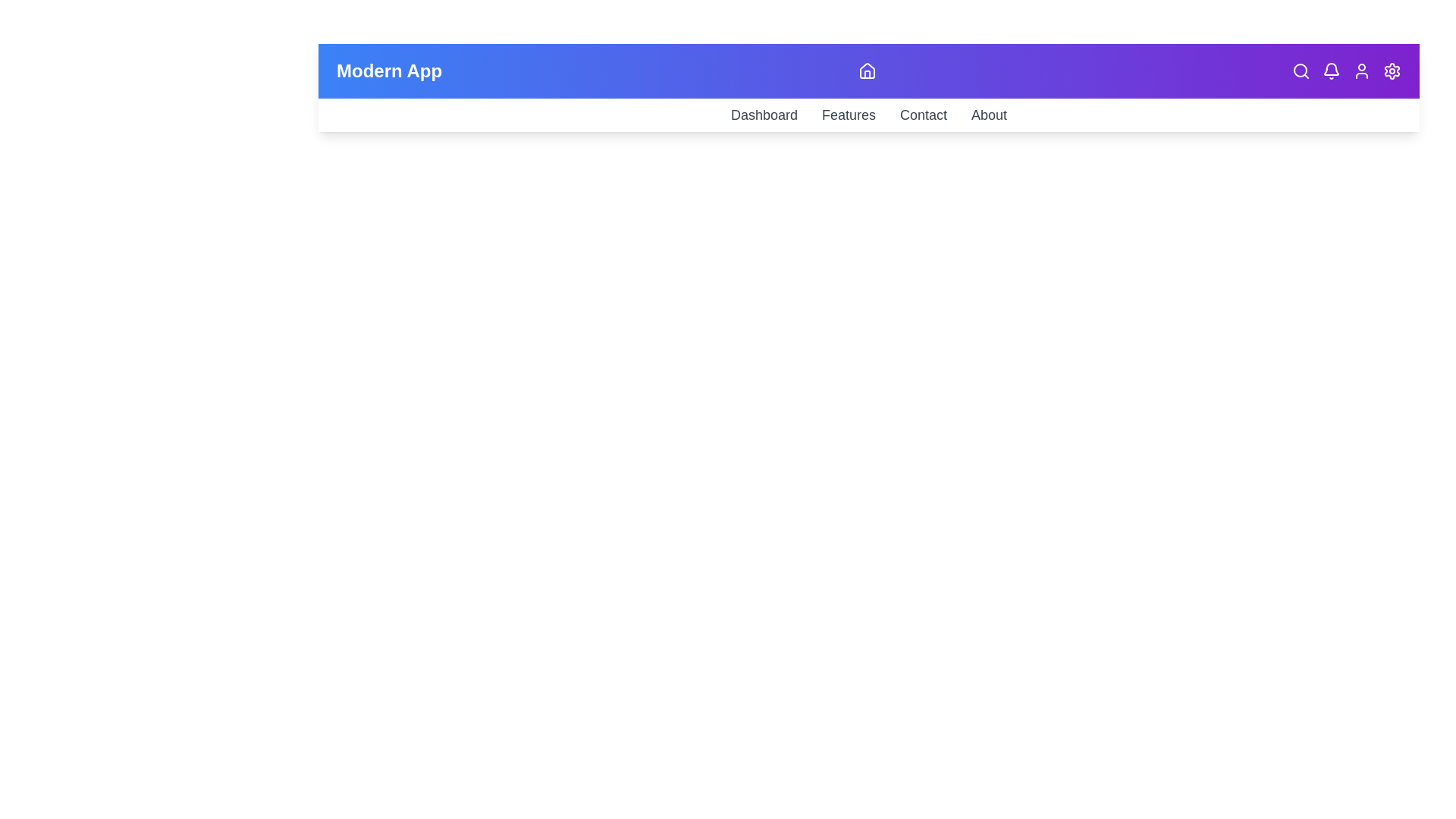  Describe the element at coordinates (1392, 71) in the screenshot. I see `the Settings icon to simulate its action` at that location.